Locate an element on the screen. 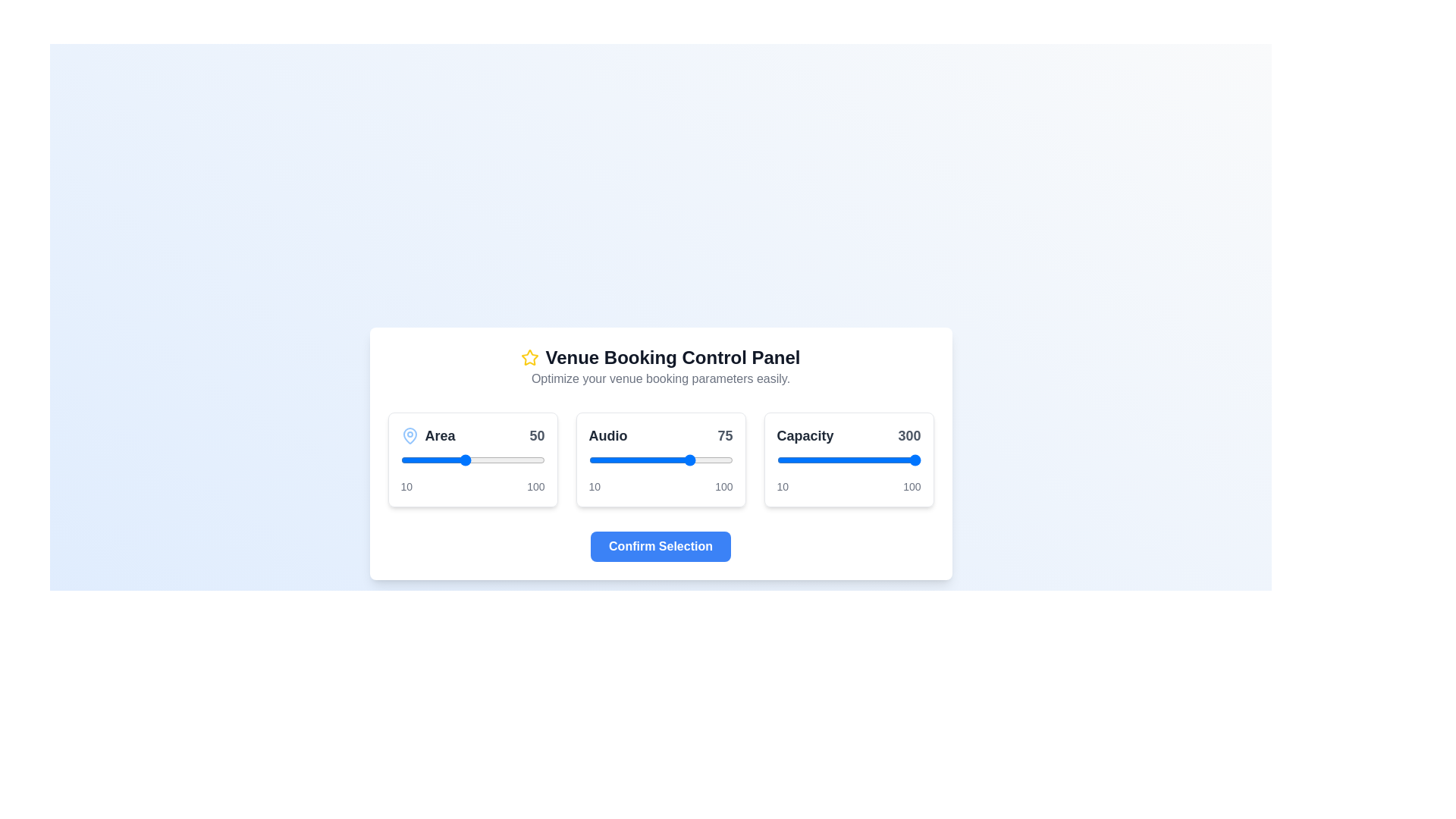 The width and height of the screenshot is (1456, 819). the decorative icon indicating the 'Area' location, which is positioned before the label 'Area' and followed by the numerical indicator '50' is located at coordinates (409, 435).